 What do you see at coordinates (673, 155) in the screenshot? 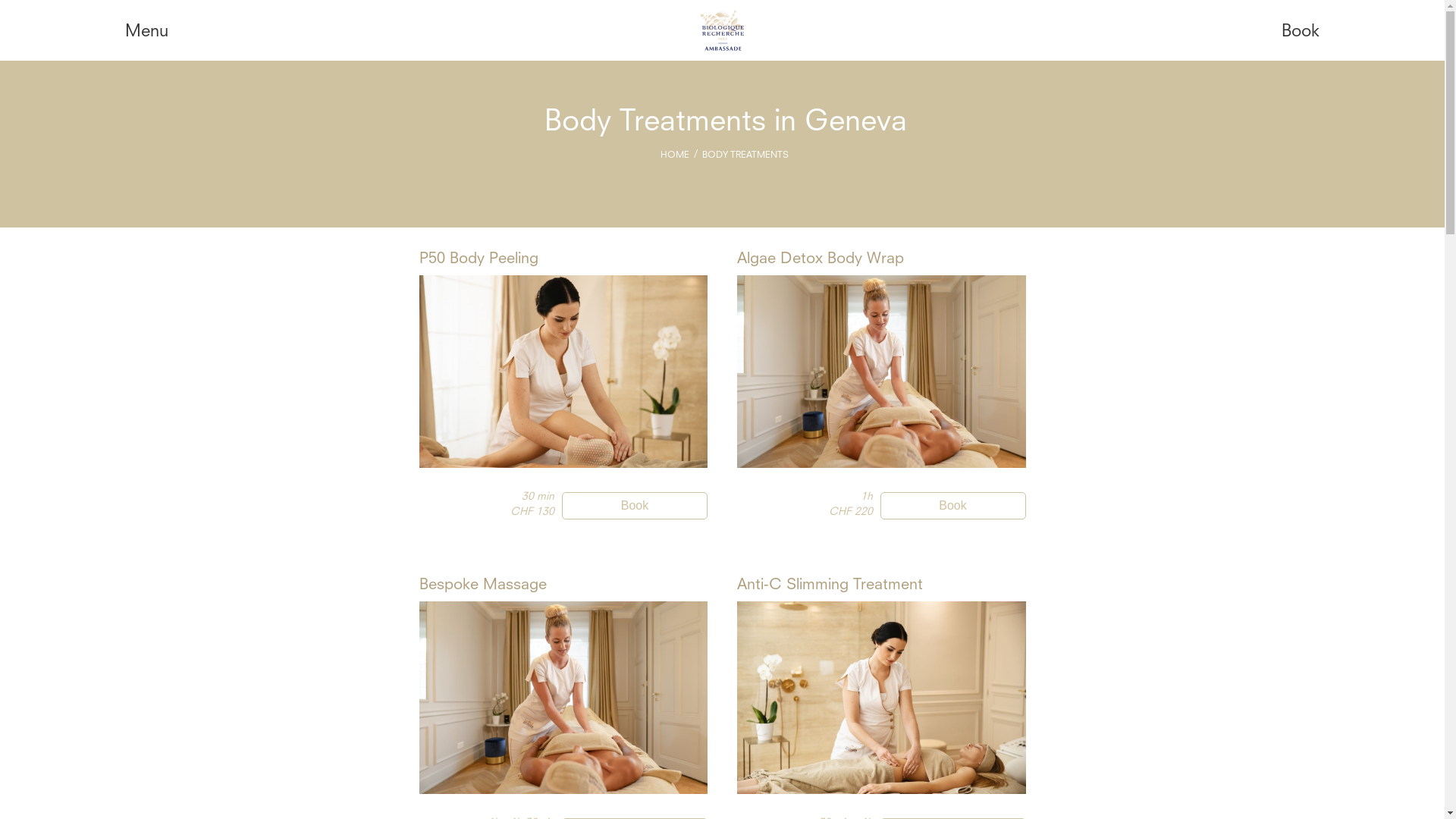
I see `'HOME'` at bounding box center [673, 155].